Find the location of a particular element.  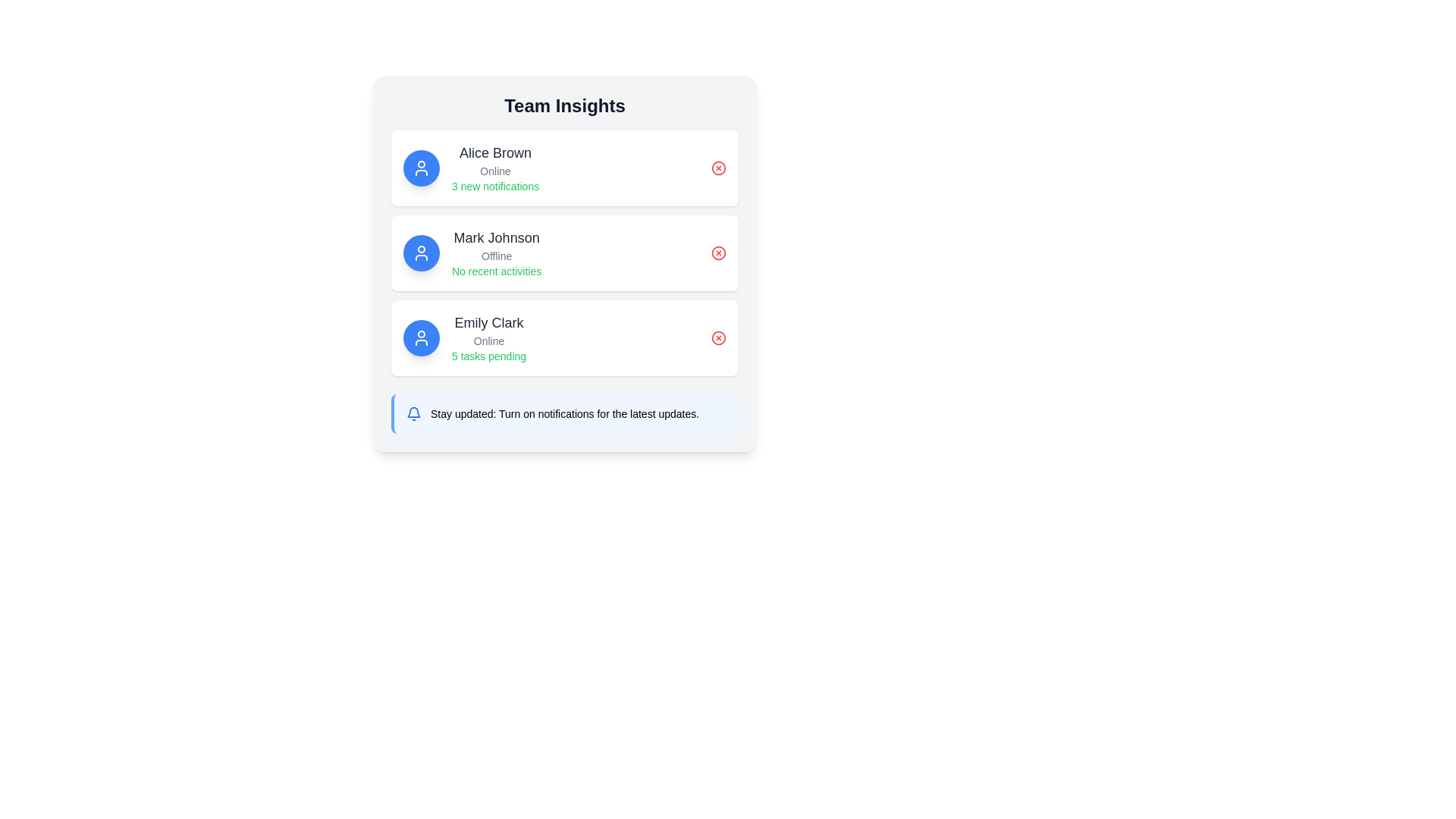

the text label displaying '5 tasks pending' styled in green, located under 'Online' in Emily Clark's section of the Team Insights interface is located at coordinates (489, 356).